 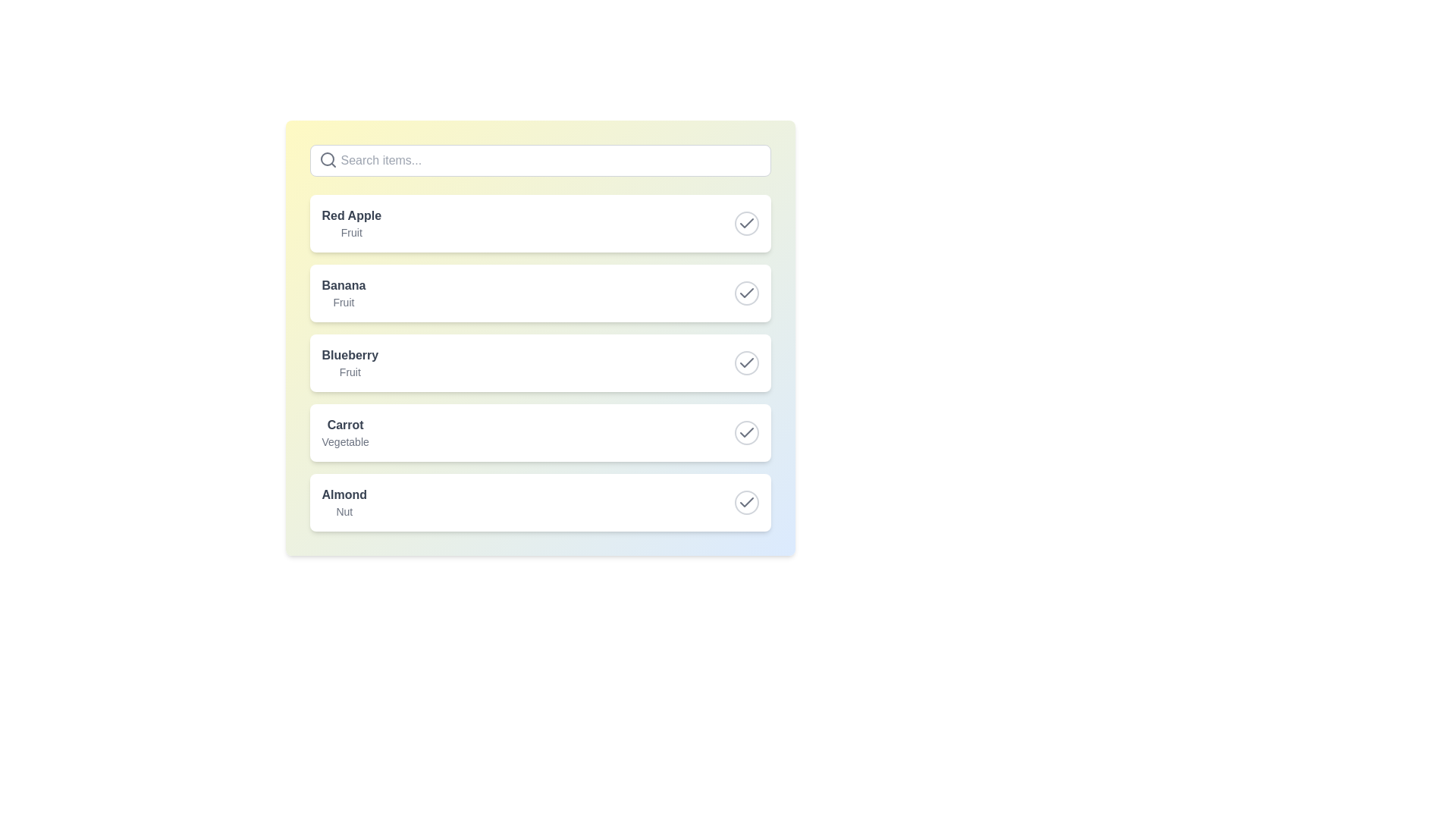 I want to click on the 'Carrot' list item, which is the fourth item in the vertical list and represents a vegetable with a selection checkmark, so click(x=540, y=432).